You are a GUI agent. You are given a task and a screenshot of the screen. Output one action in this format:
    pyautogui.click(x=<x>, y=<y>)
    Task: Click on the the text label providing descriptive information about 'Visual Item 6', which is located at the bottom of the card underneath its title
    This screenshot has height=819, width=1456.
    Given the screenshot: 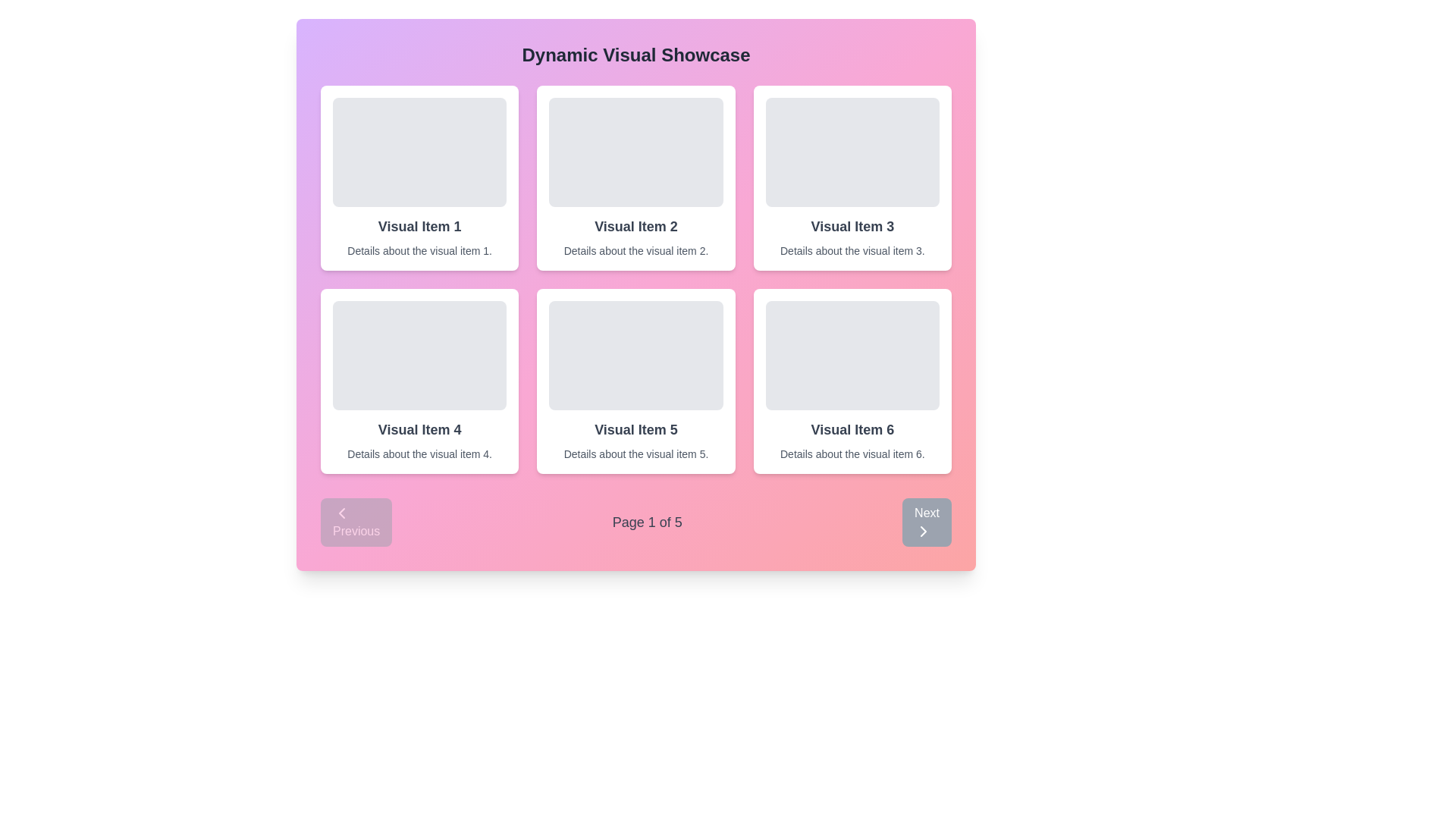 What is the action you would take?
    pyautogui.click(x=852, y=453)
    